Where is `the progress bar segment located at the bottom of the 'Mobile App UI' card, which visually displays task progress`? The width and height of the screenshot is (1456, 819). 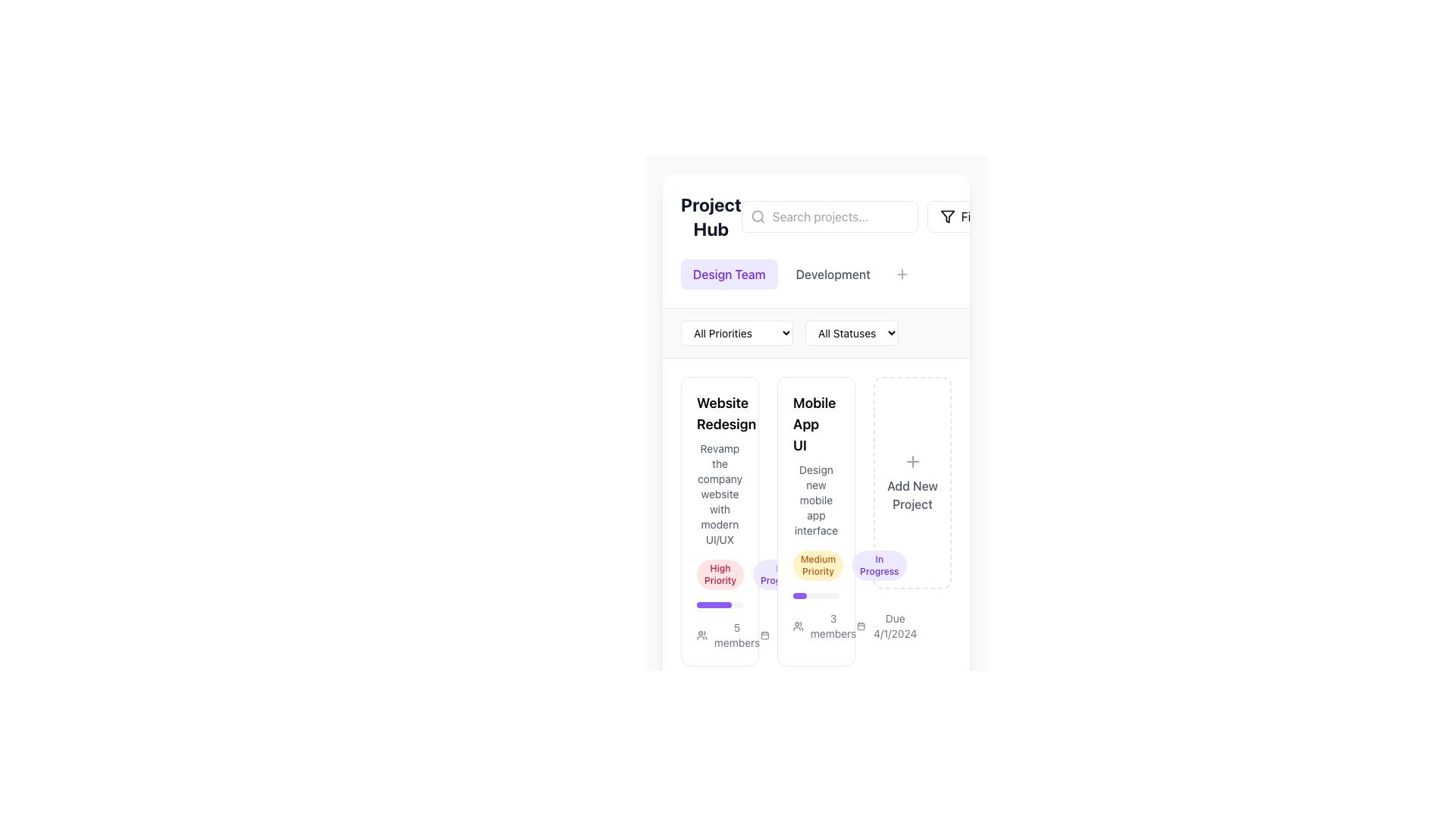 the progress bar segment located at the bottom of the 'Mobile App UI' card, which visually displays task progress is located at coordinates (713, 604).